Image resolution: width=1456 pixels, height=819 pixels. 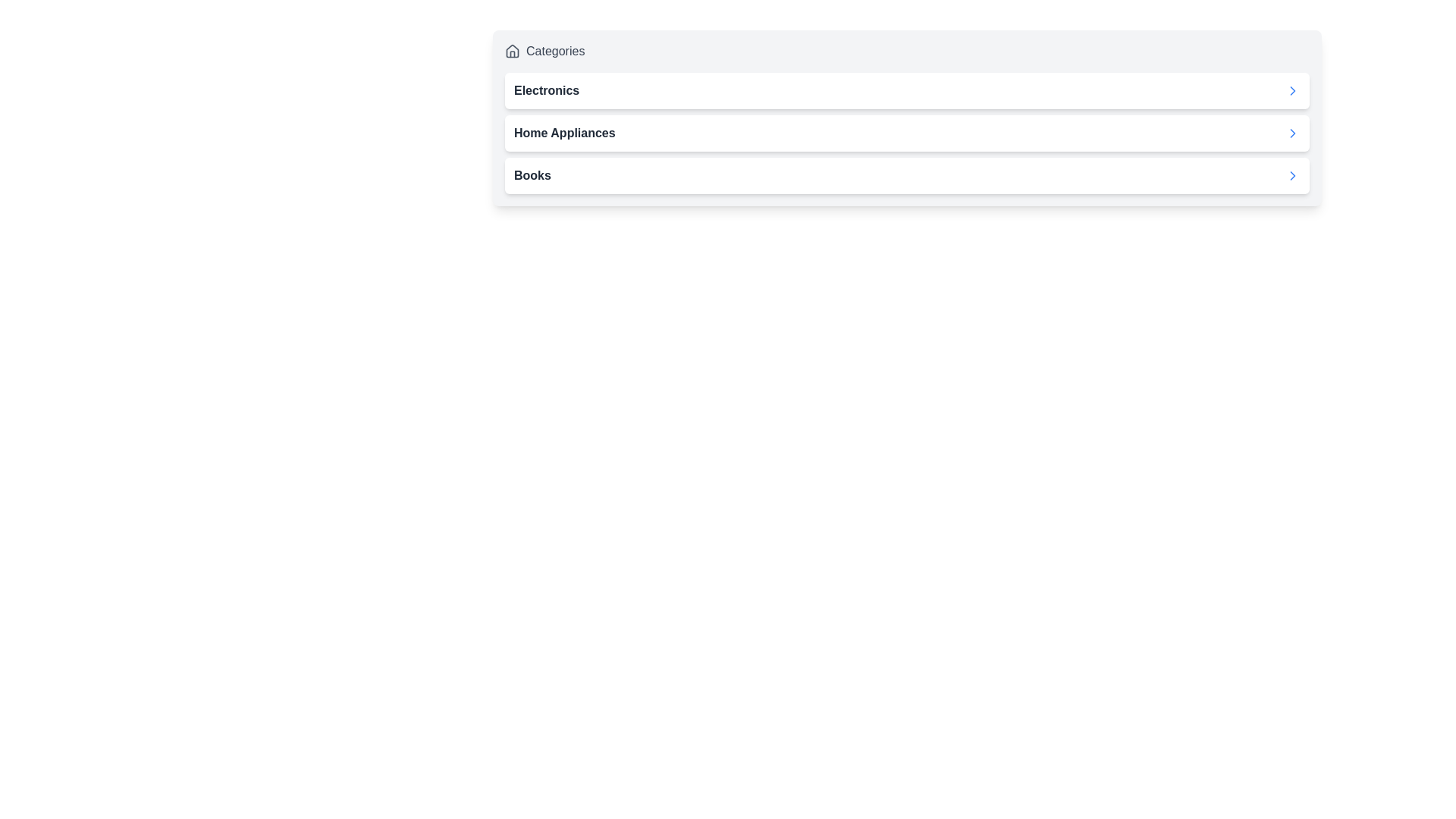 I want to click on the decorative home icon located at the top-left corner of the 'Categories' section header, so click(x=513, y=51).